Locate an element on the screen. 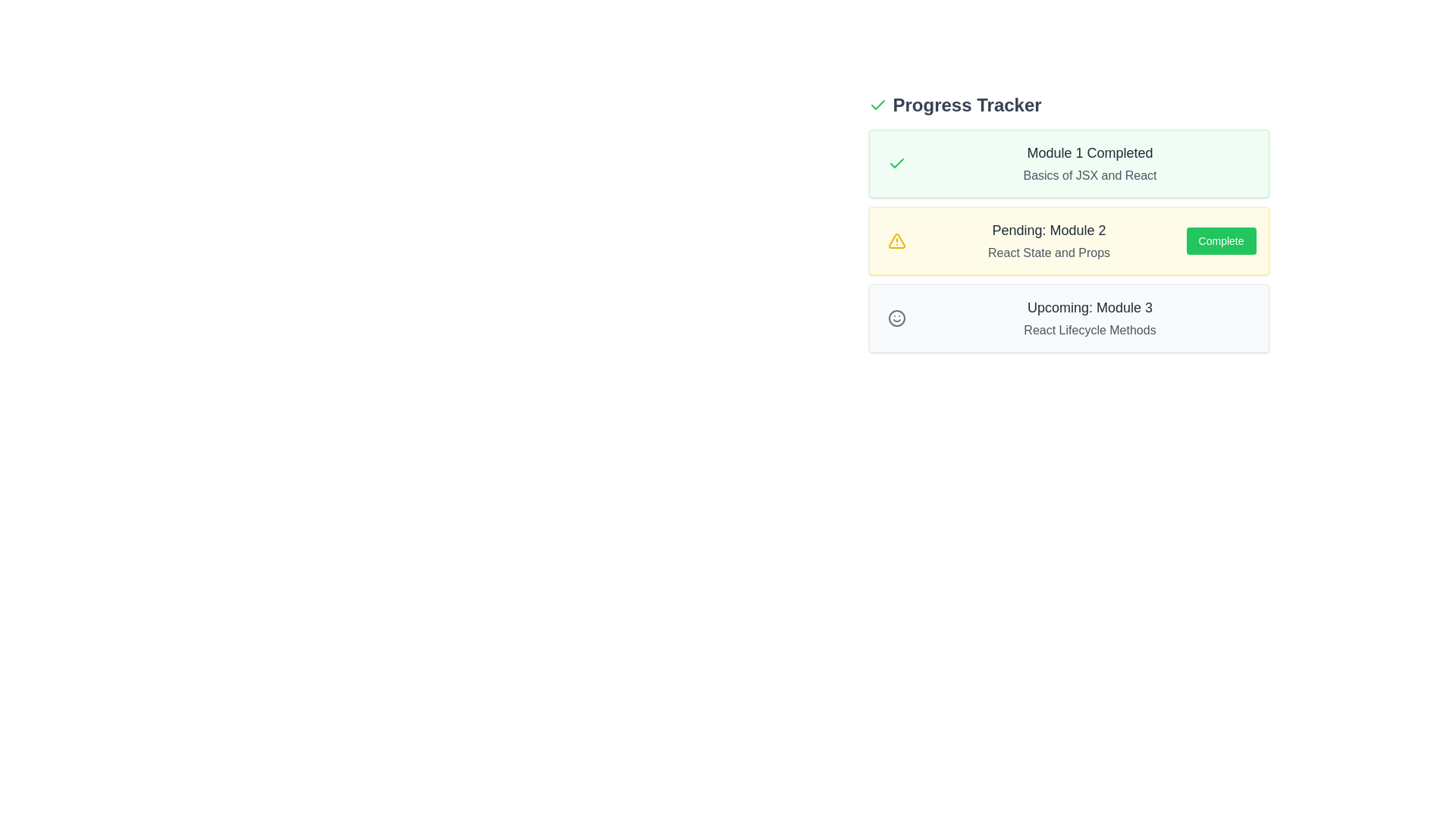  descriptive text label located at the bottom of the 'Pending: Module 2' section, which provides information about its content is located at coordinates (1048, 253).